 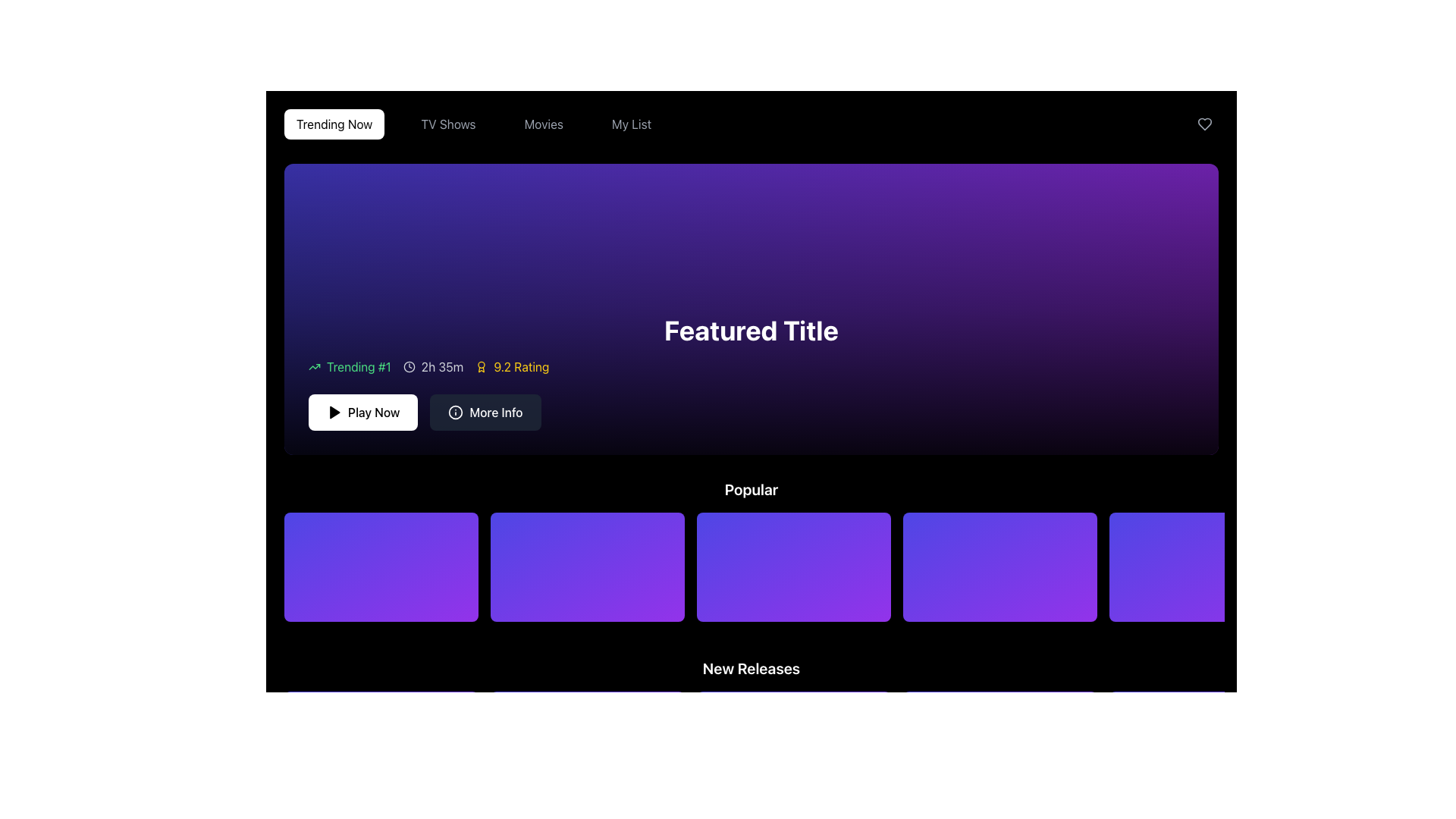 I want to click on the 'New Releases' text label, which serves as a section title above the list of horizontally scrollable cards, to trigger possible tooltips, so click(x=751, y=668).